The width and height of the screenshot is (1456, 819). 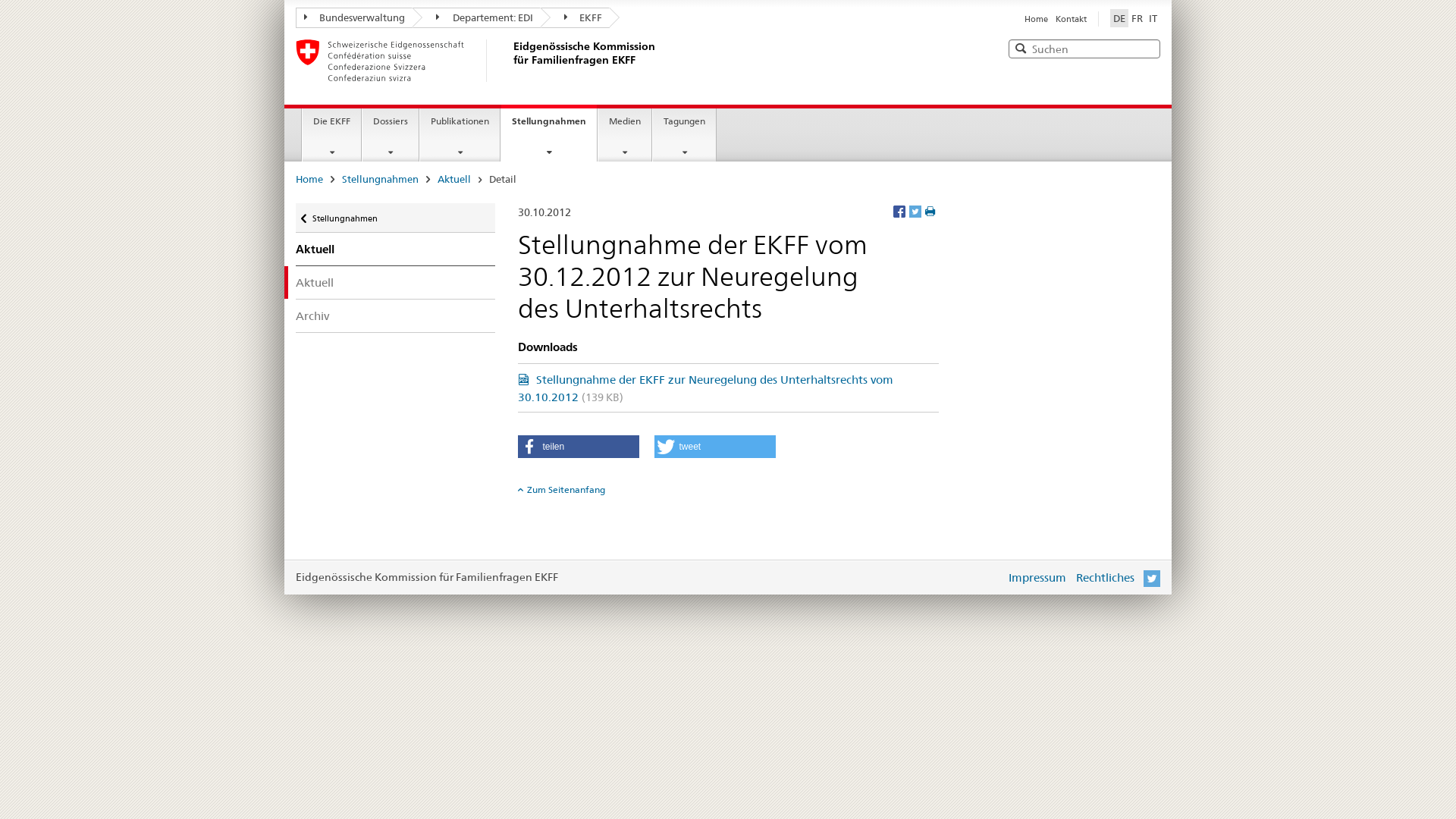 What do you see at coordinates (1055, 18) in the screenshot?
I see `'Kontakt'` at bounding box center [1055, 18].